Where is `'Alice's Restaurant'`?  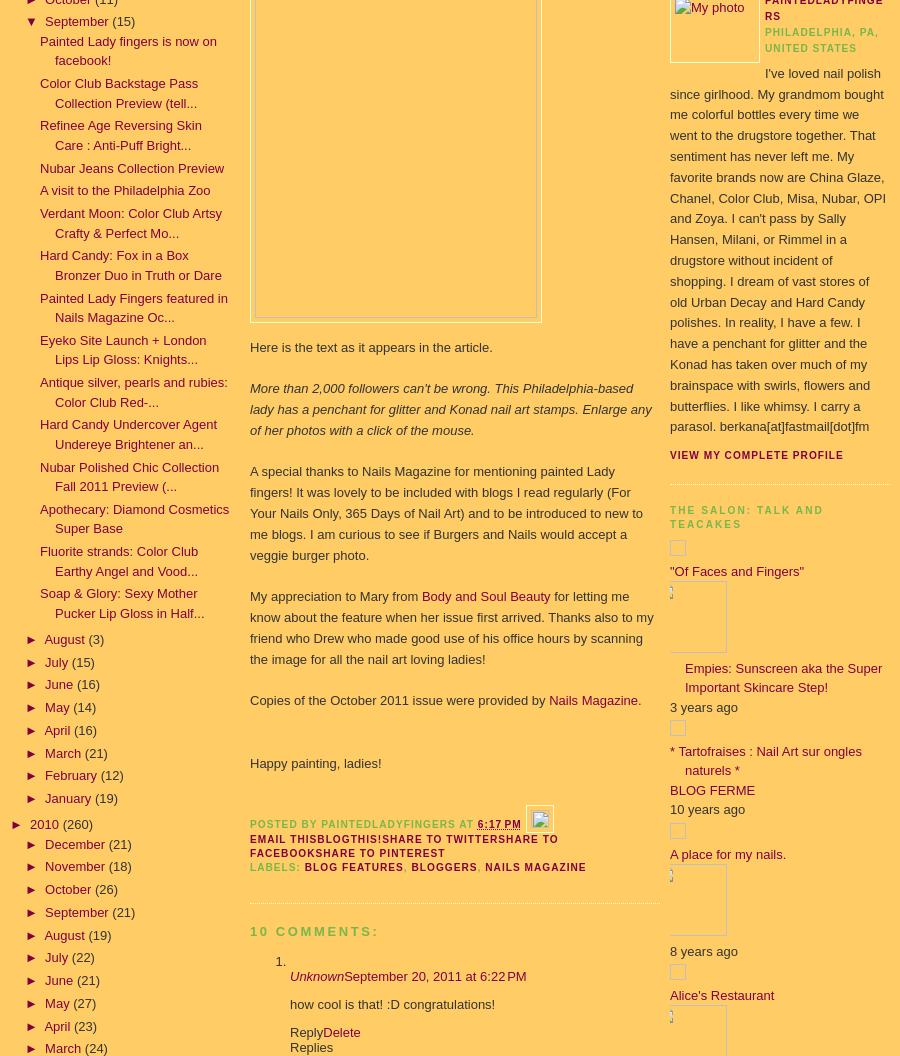
'Alice's Restaurant' is located at coordinates (669, 993).